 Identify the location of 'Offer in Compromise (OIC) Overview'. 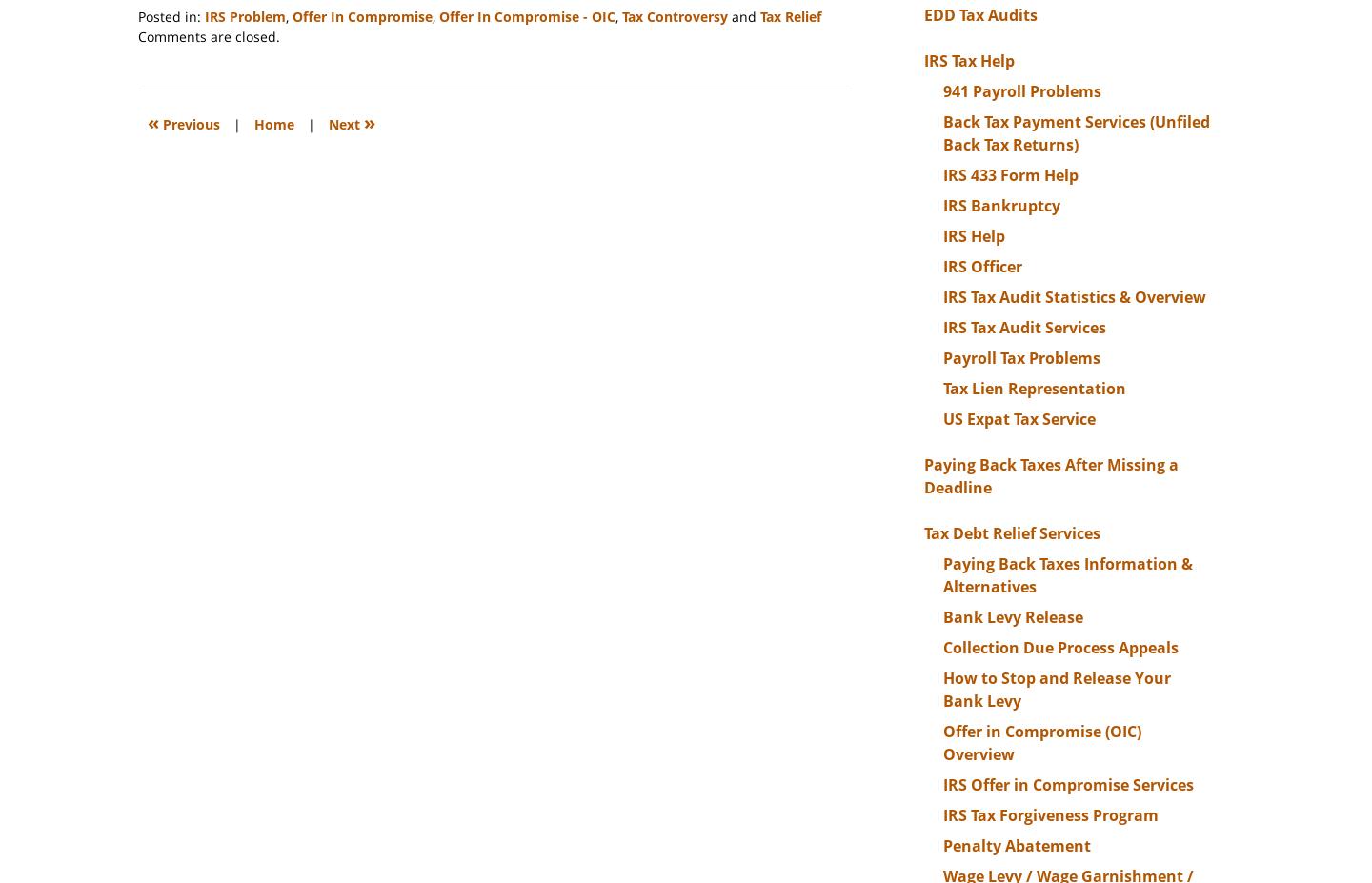
(942, 741).